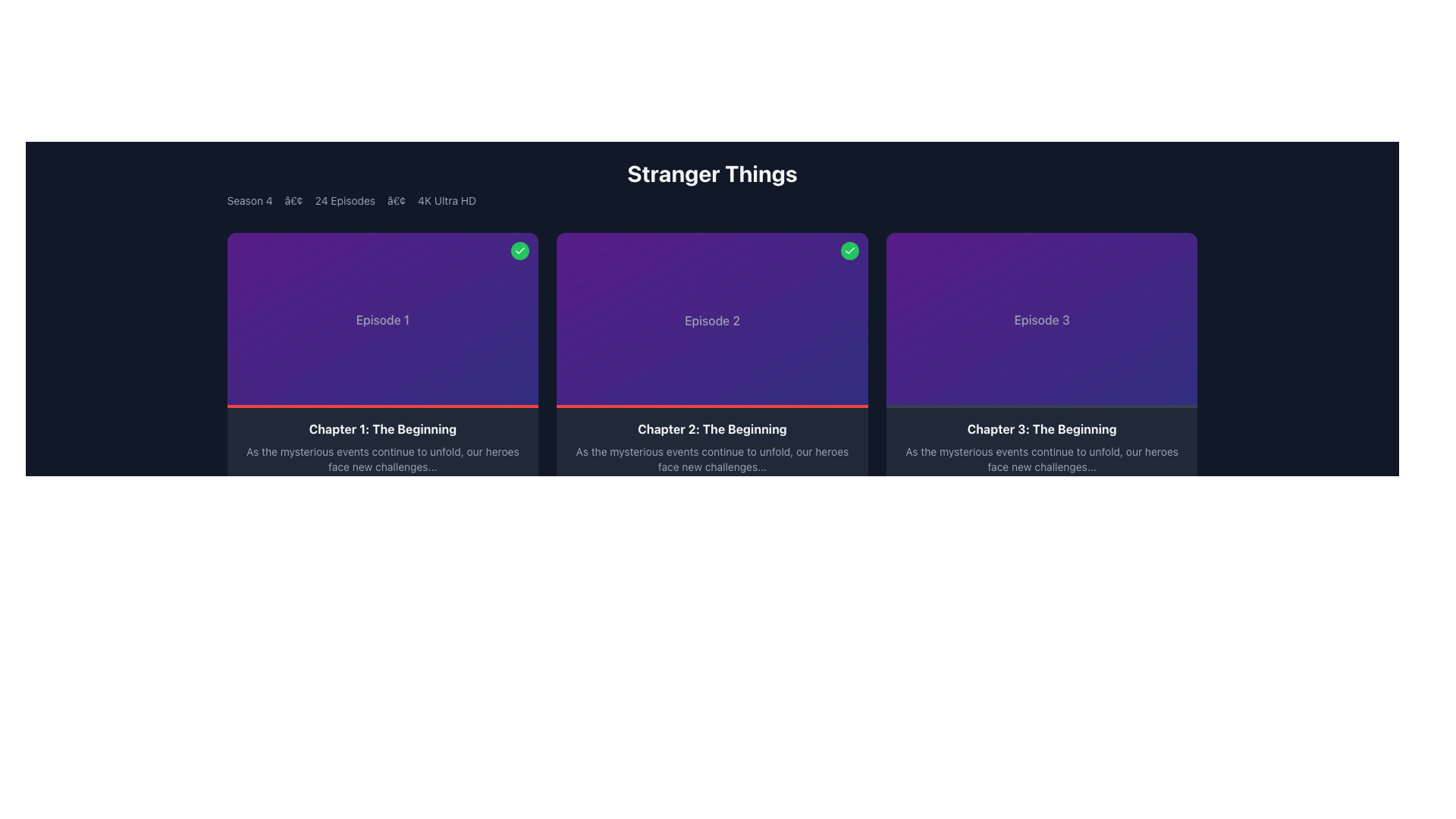 The image size is (1456, 819). I want to click on the text 'Episode 1' on the first Card component, which features a gradient background and a green checkmark indicator, so click(382, 319).